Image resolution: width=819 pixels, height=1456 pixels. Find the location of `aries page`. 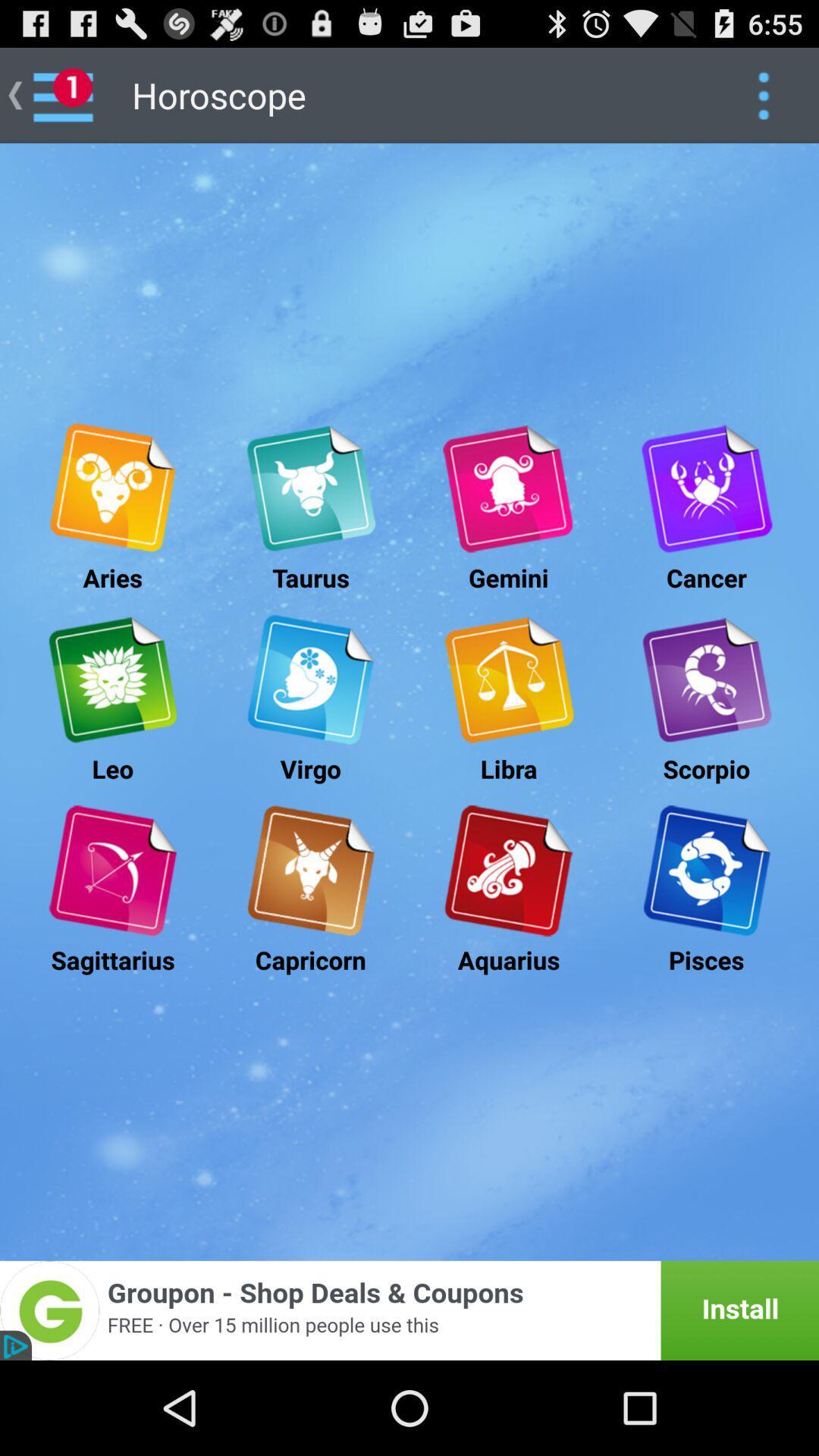

aries page is located at coordinates (111, 488).